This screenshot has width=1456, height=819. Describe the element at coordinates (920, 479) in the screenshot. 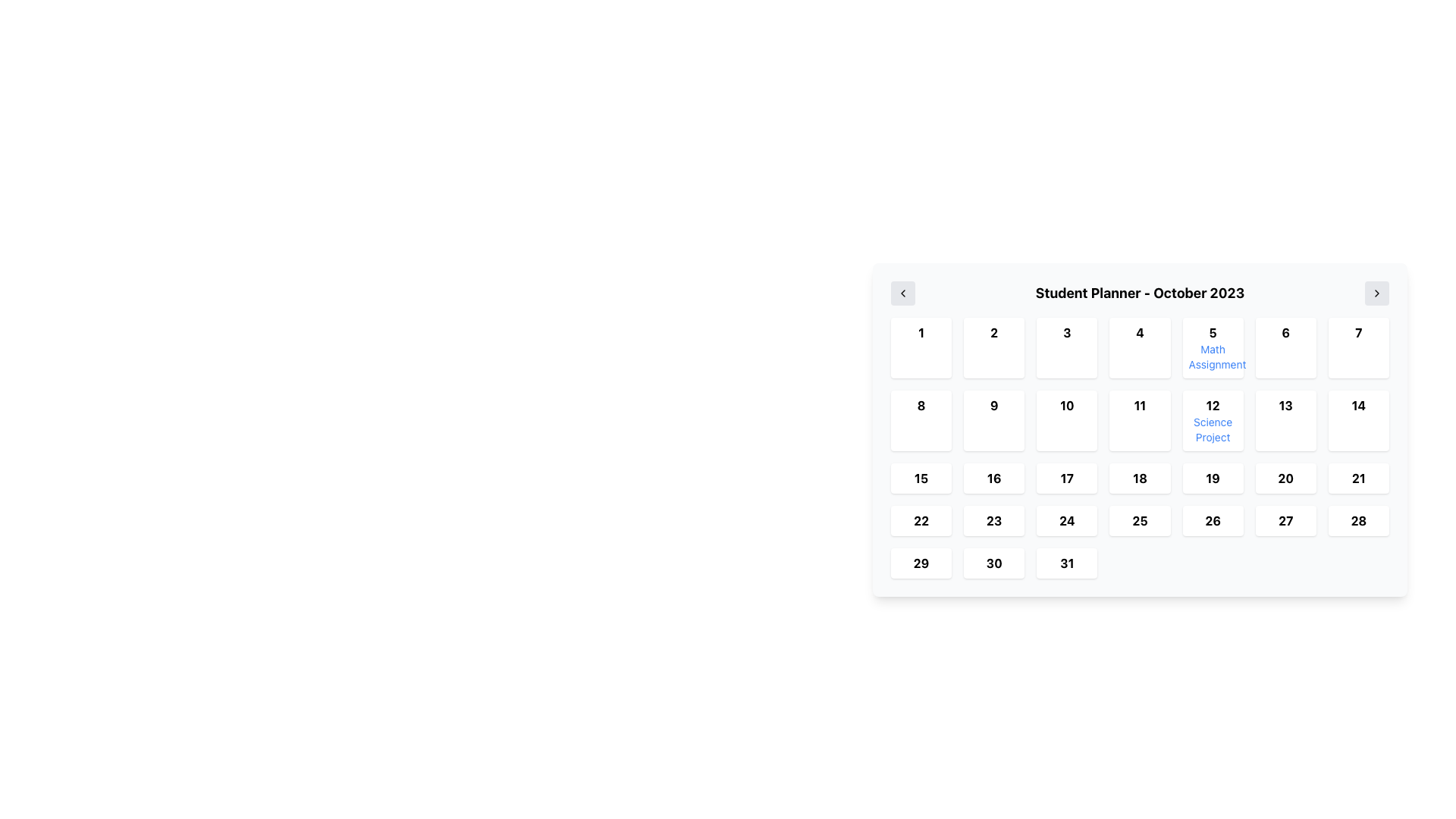

I see `the static text label representing the date '15' in the calendar's third row, first cell` at that location.